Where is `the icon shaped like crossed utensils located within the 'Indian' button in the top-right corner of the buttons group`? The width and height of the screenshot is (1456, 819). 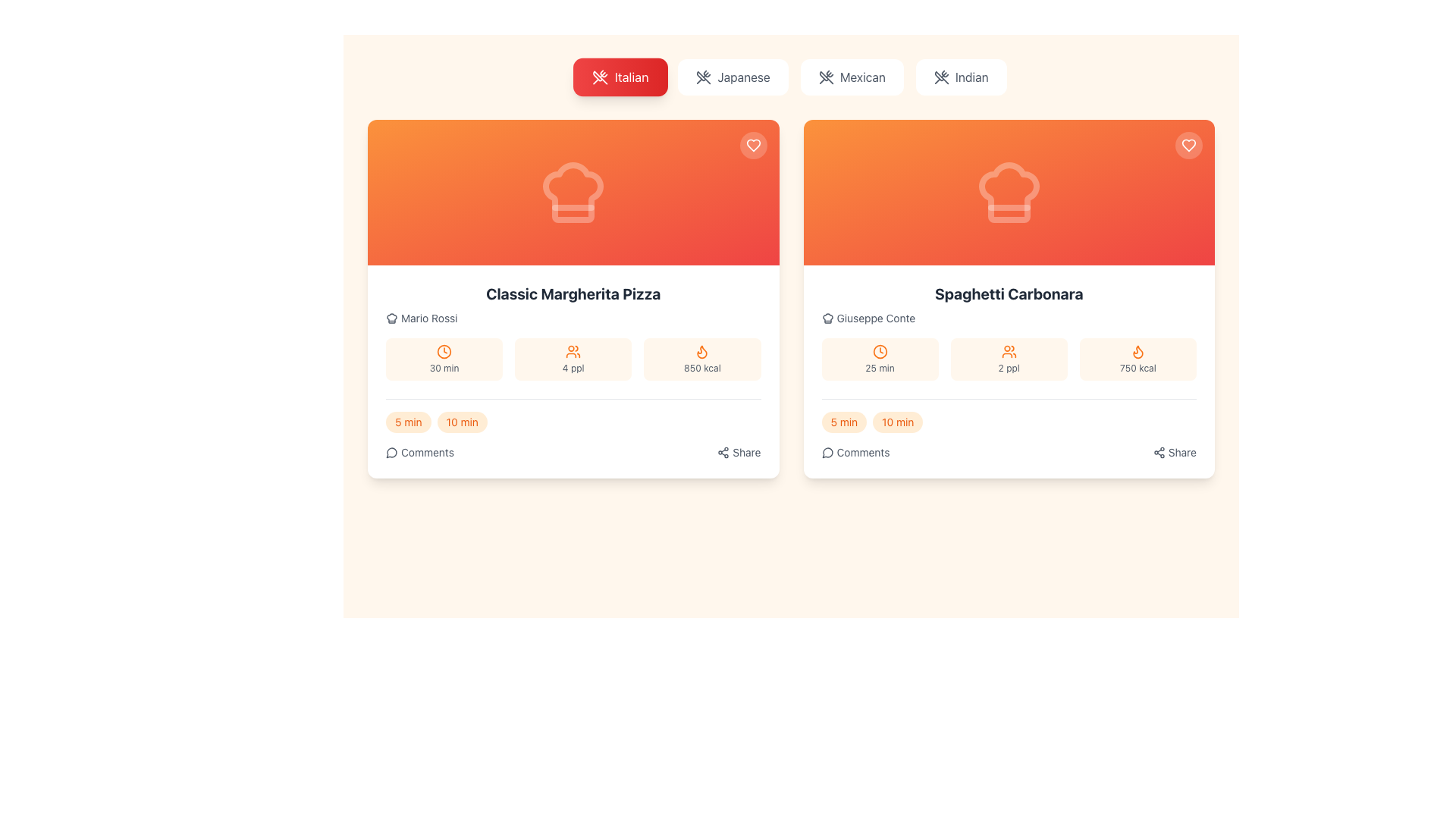 the icon shaped like crossed utensils located within the 'Indian' button in the top-right corner of the buttons group is located at coordinates (940, 77).